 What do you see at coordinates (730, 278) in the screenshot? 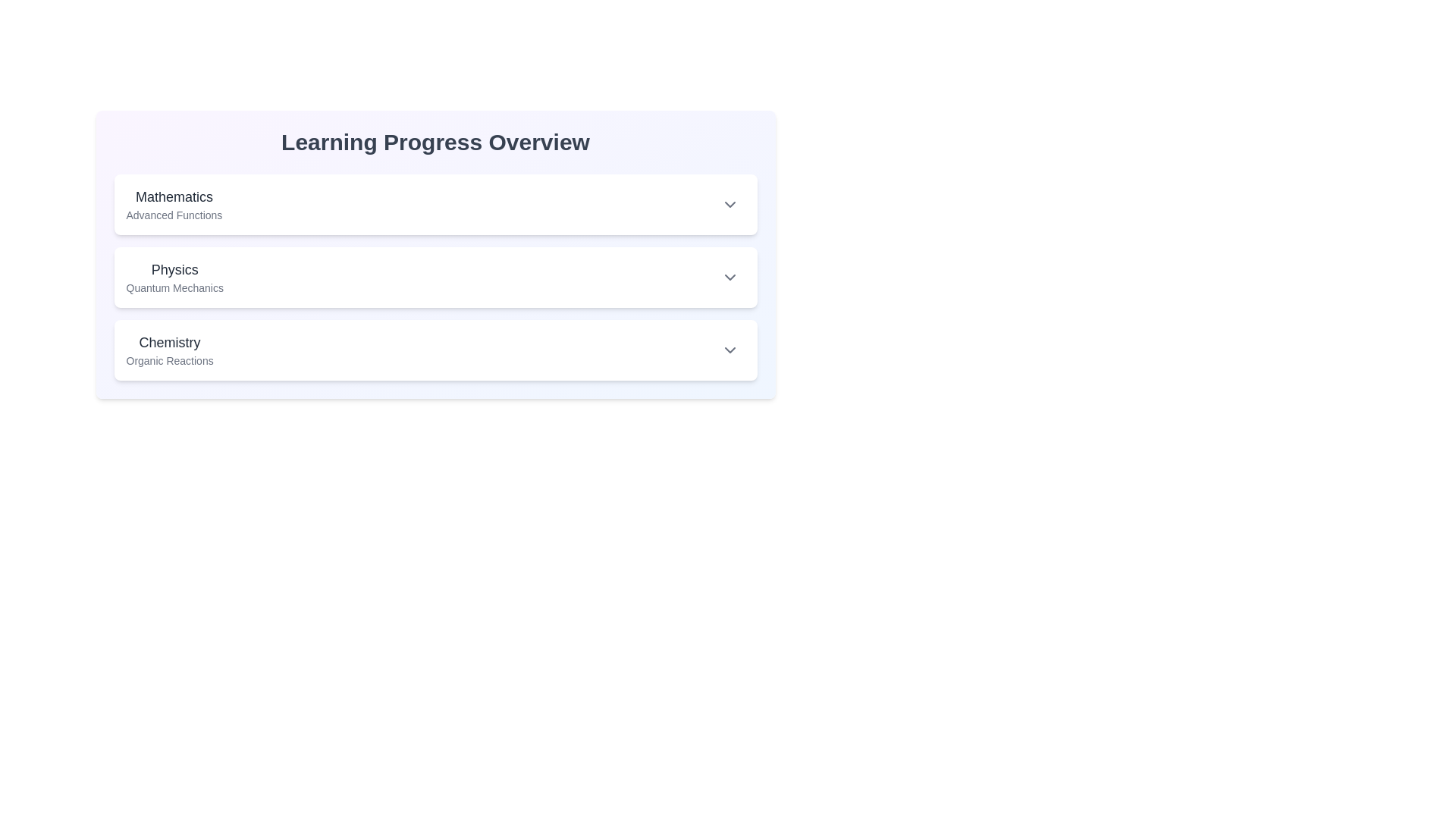
I see `the dropdown toggle button located at the far right of the 'Physics' section header` at bounding box center [730, 278].